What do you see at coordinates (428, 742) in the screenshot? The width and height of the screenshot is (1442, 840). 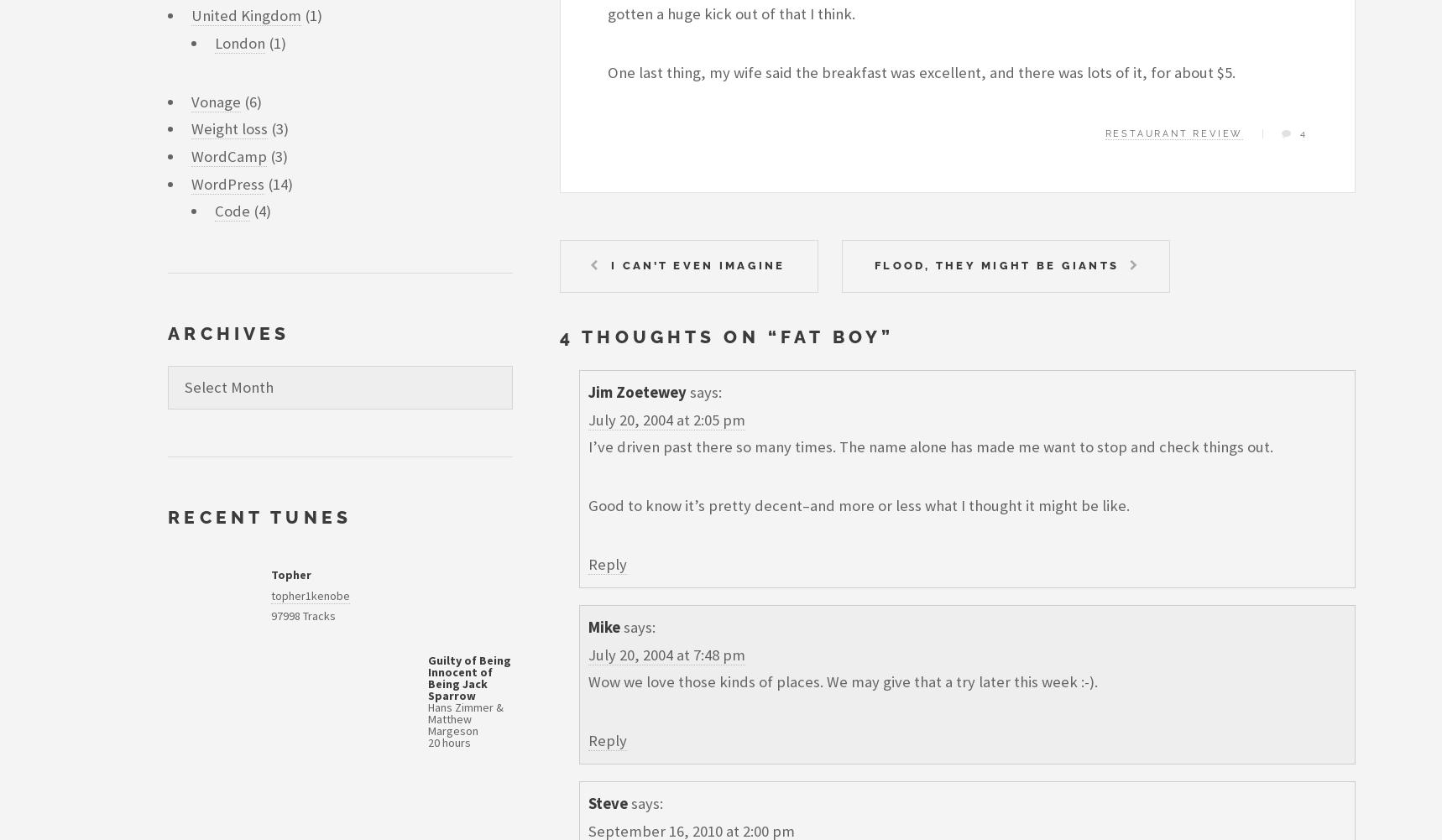 I see `'20 hours'` at bounding box center [428, 742].